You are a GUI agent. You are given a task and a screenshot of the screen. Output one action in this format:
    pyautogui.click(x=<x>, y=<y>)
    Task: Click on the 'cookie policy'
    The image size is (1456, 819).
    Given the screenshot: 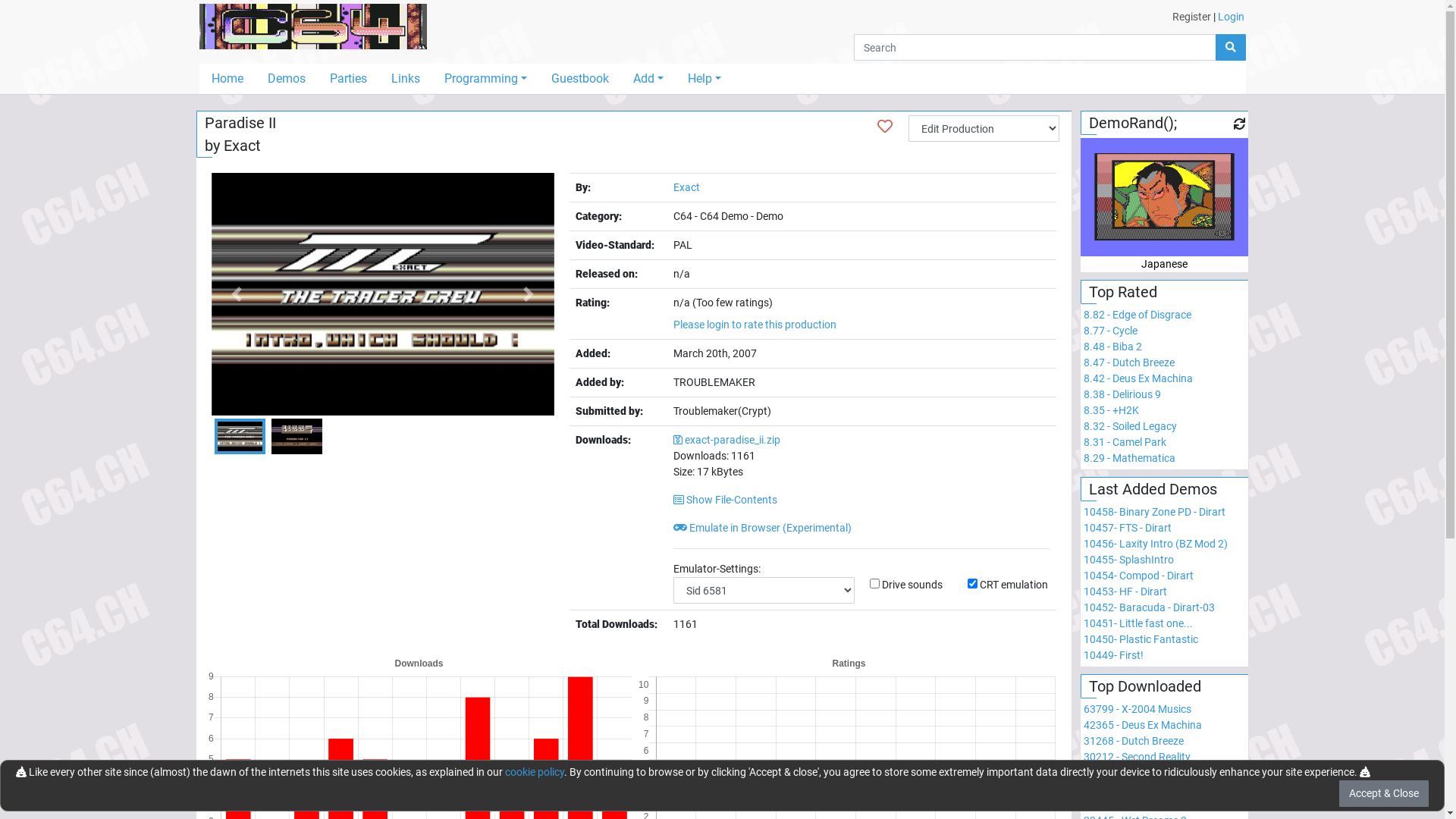 What is the action you would take?
    pyautogui.click(x=535, y=772)
    